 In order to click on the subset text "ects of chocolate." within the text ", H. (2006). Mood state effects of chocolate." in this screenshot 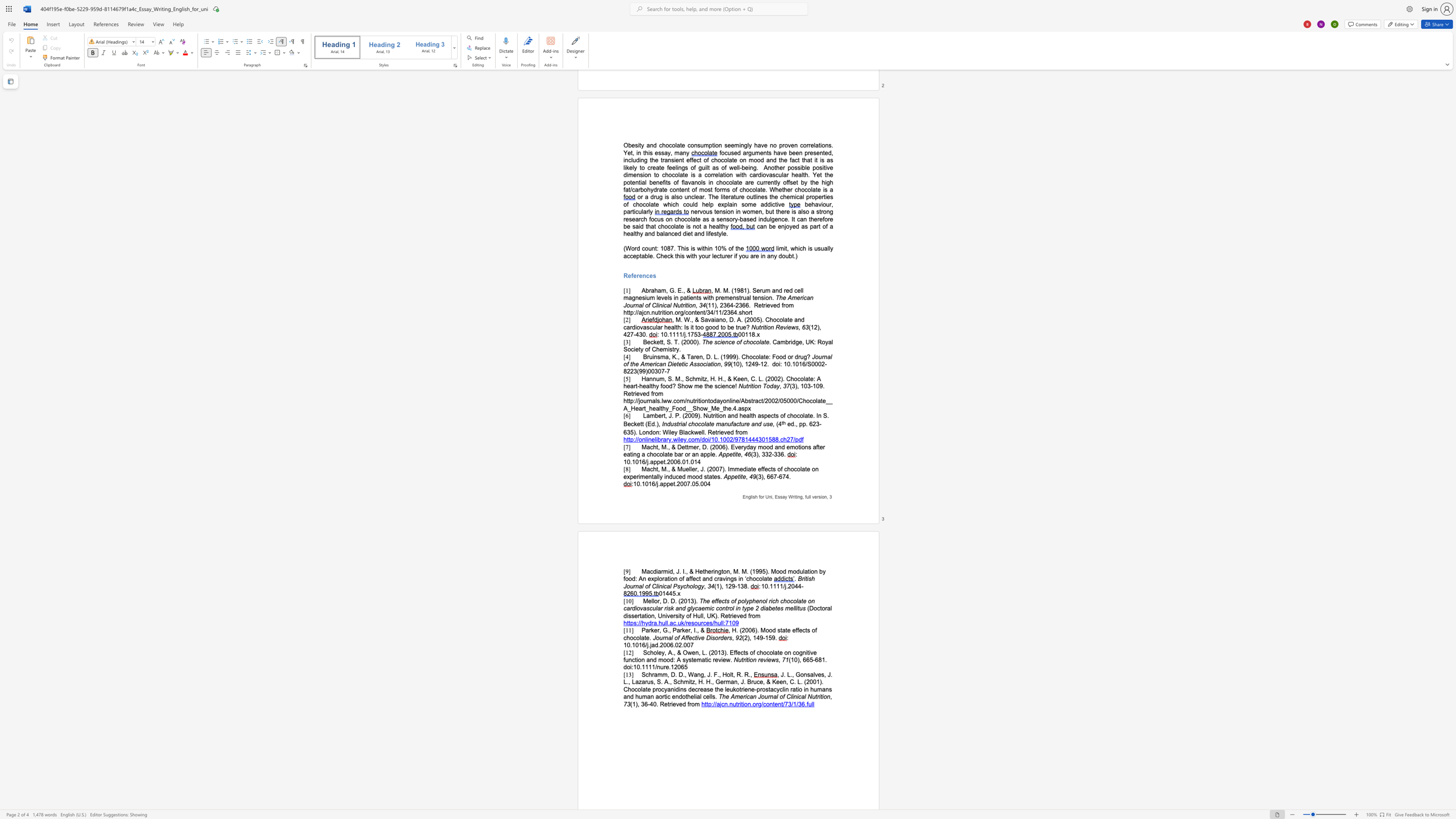, I will do `click(799, 630)`.